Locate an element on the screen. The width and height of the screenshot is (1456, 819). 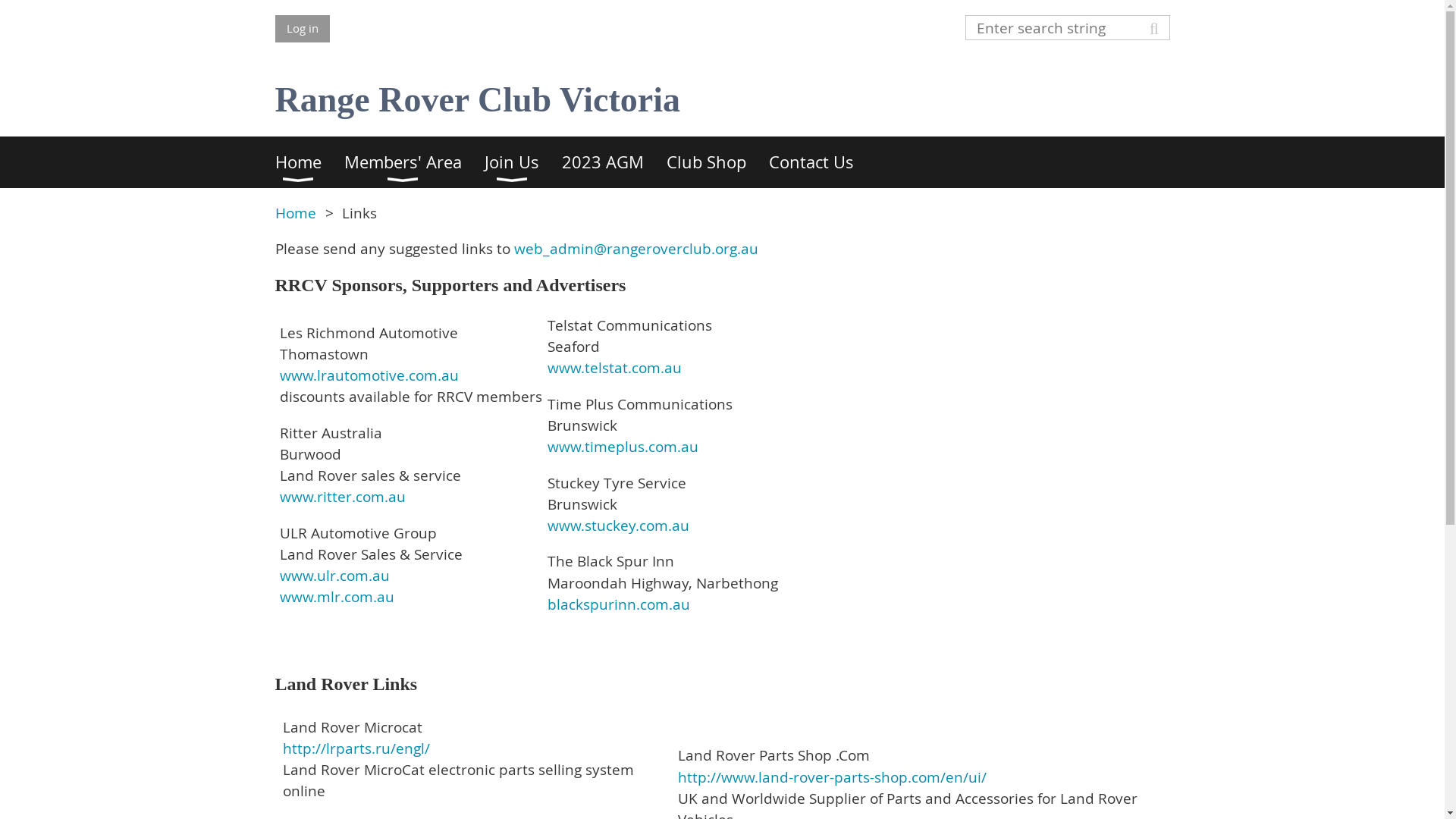
'www.mlr.com.au' is located at coordinates (335, 595).